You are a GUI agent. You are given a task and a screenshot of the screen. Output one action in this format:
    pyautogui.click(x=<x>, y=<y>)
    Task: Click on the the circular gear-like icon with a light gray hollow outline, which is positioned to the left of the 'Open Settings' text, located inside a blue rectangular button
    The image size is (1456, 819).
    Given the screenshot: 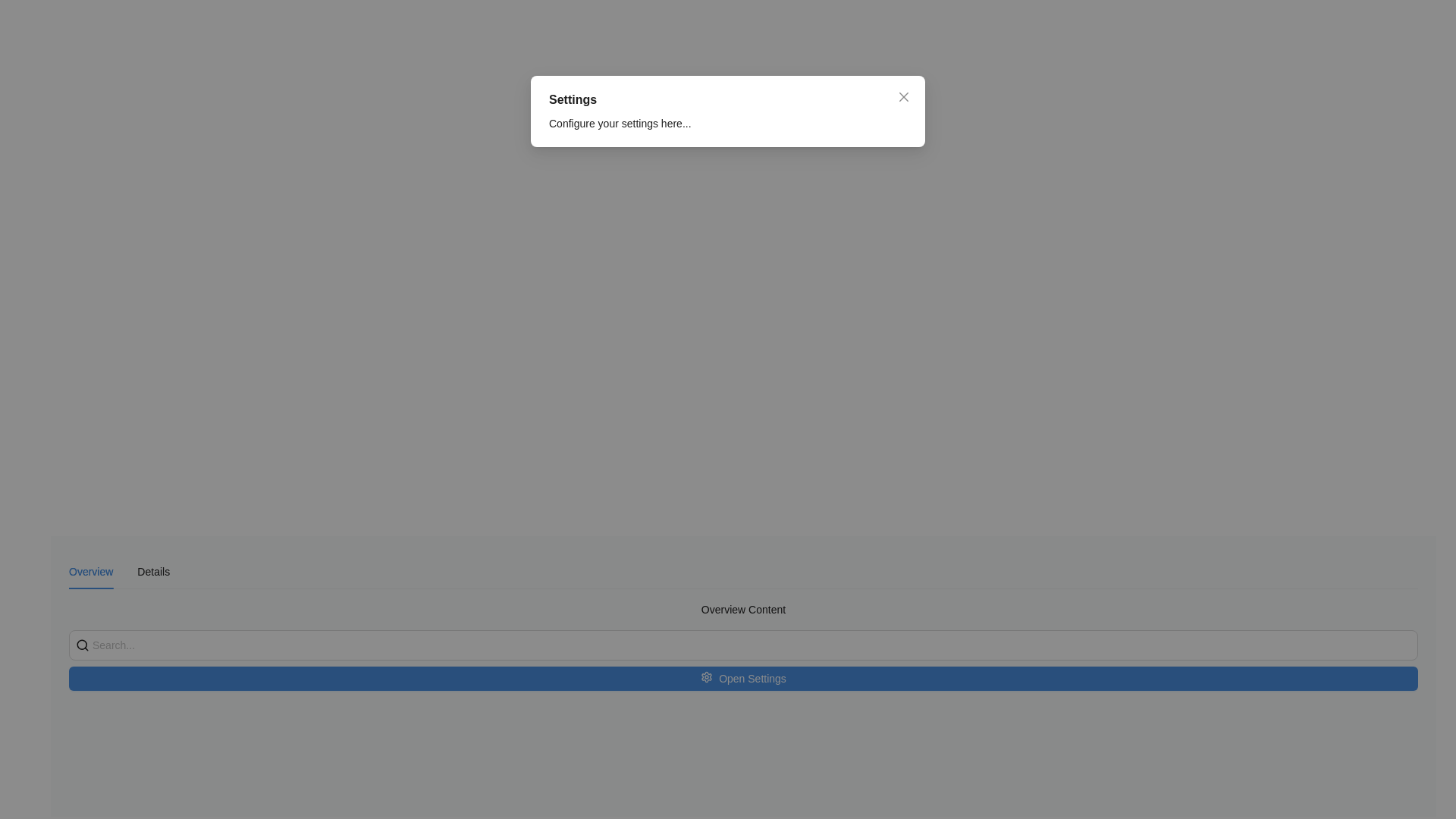 What is the action you would take?
    pyautogui.click(x=706, y=677)
    